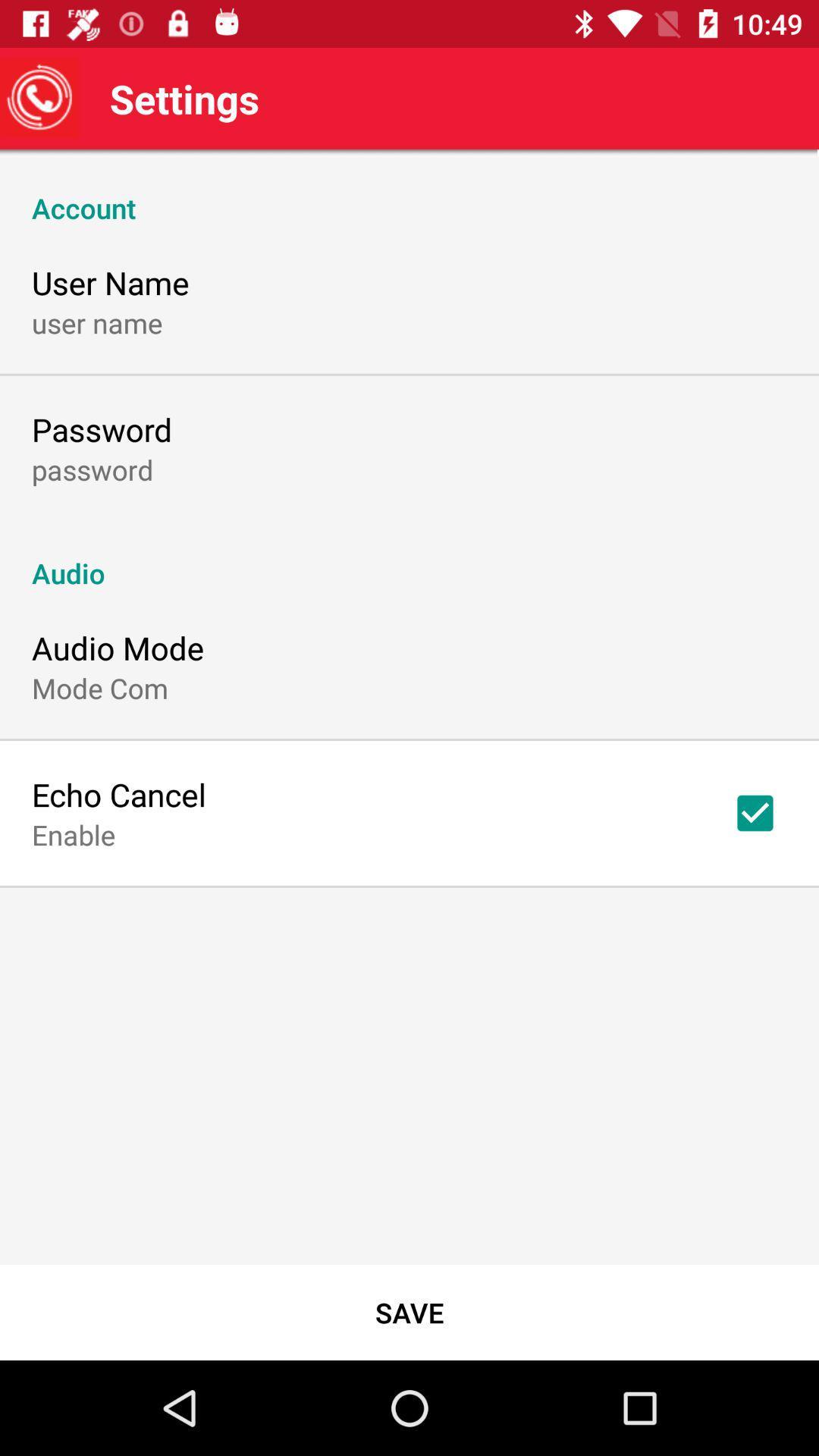 The width and height of the screenshot is (819, 1456). I want to click on echo cancel item, so click(118, 793).